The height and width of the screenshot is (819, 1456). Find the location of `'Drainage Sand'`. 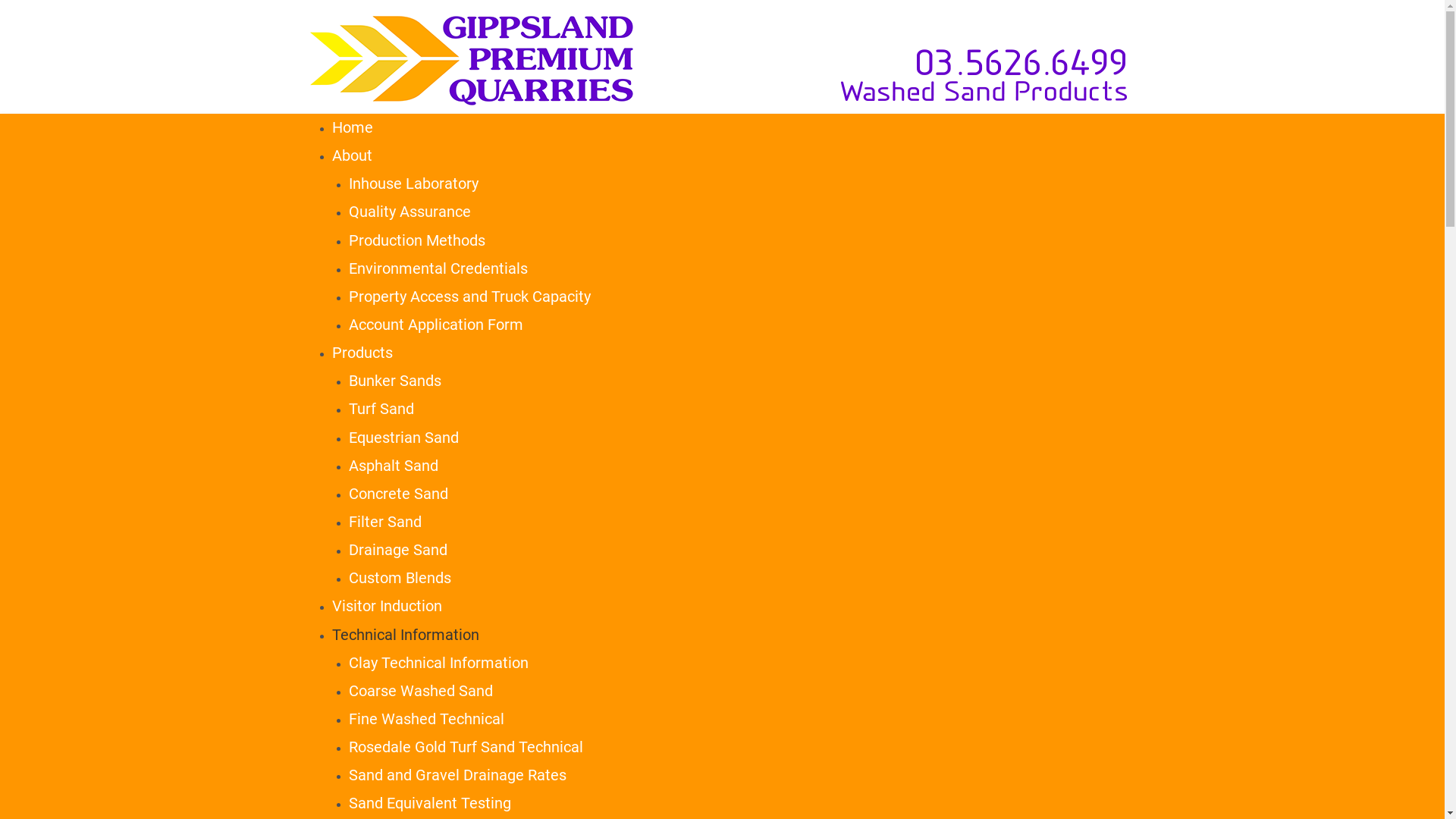

'Drainage Sand' is located at coordinates (397, 550).